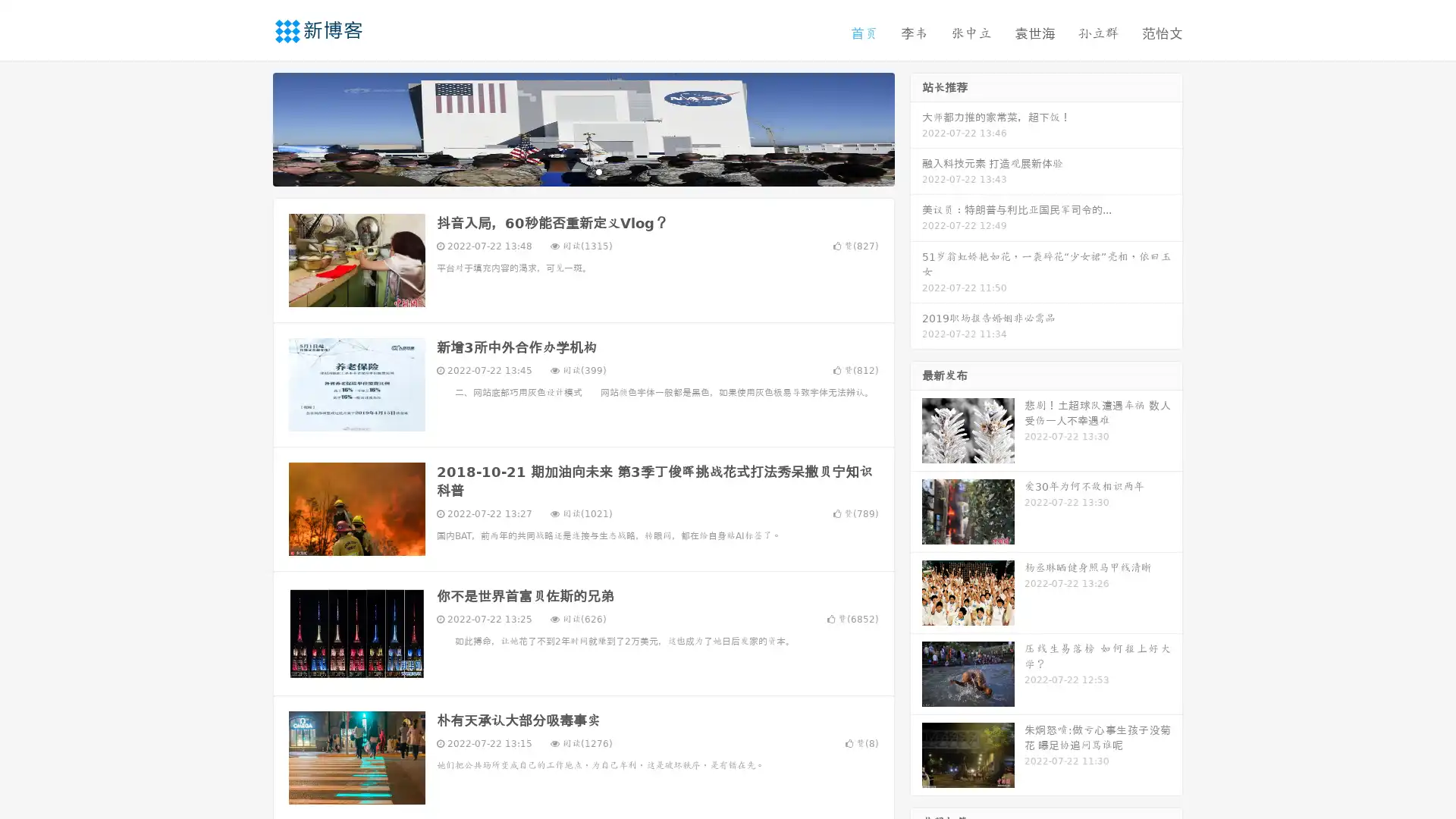 The image size is (1456, 819). Describe the element at coordinates (598, 171) in the screenshot. I see `Go to slide 3` at that location.